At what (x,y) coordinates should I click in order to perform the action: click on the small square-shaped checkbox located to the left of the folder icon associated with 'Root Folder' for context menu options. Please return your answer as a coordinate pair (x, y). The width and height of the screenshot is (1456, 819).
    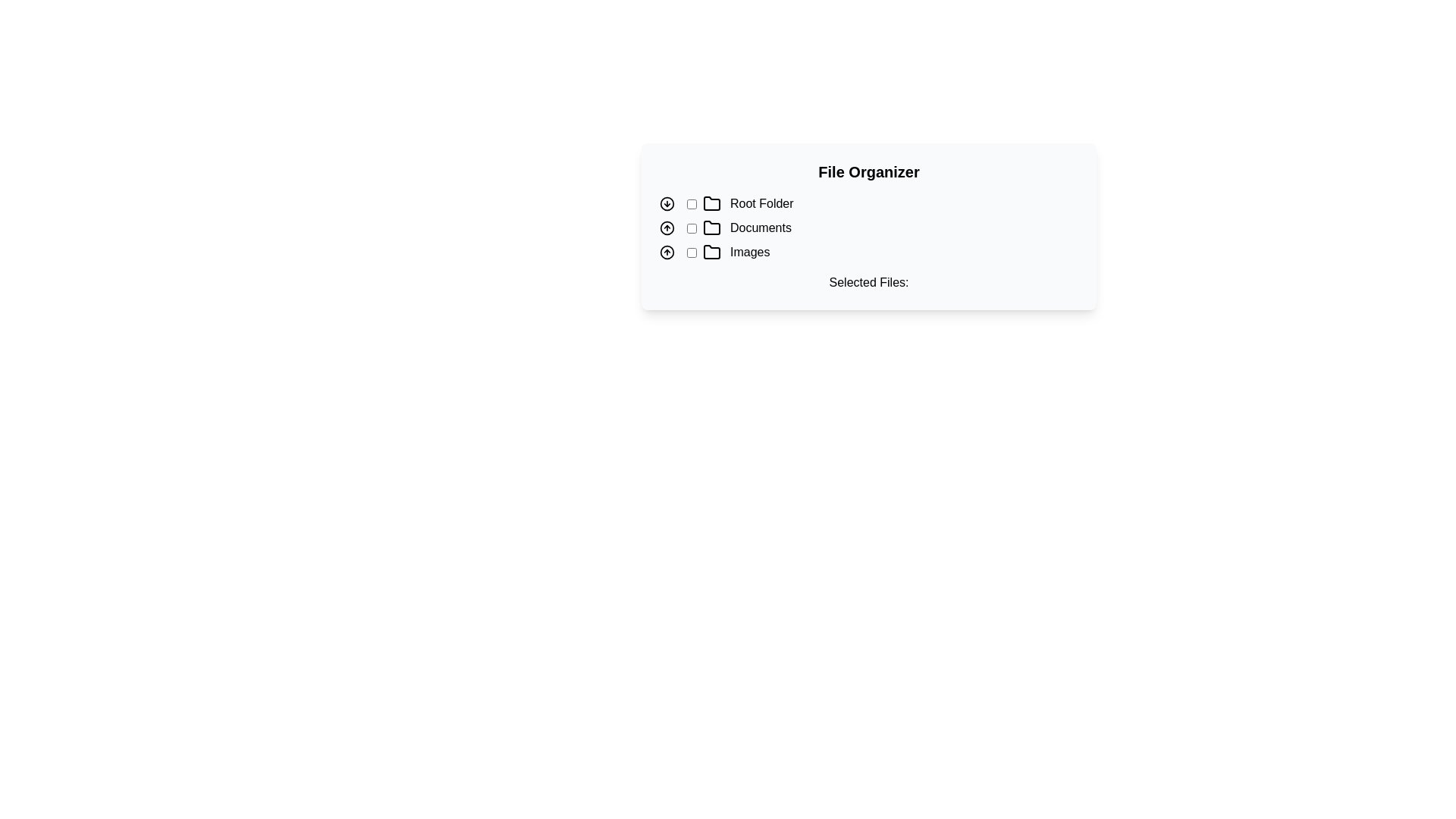
    Looking at the image, I should click on (691, 203).